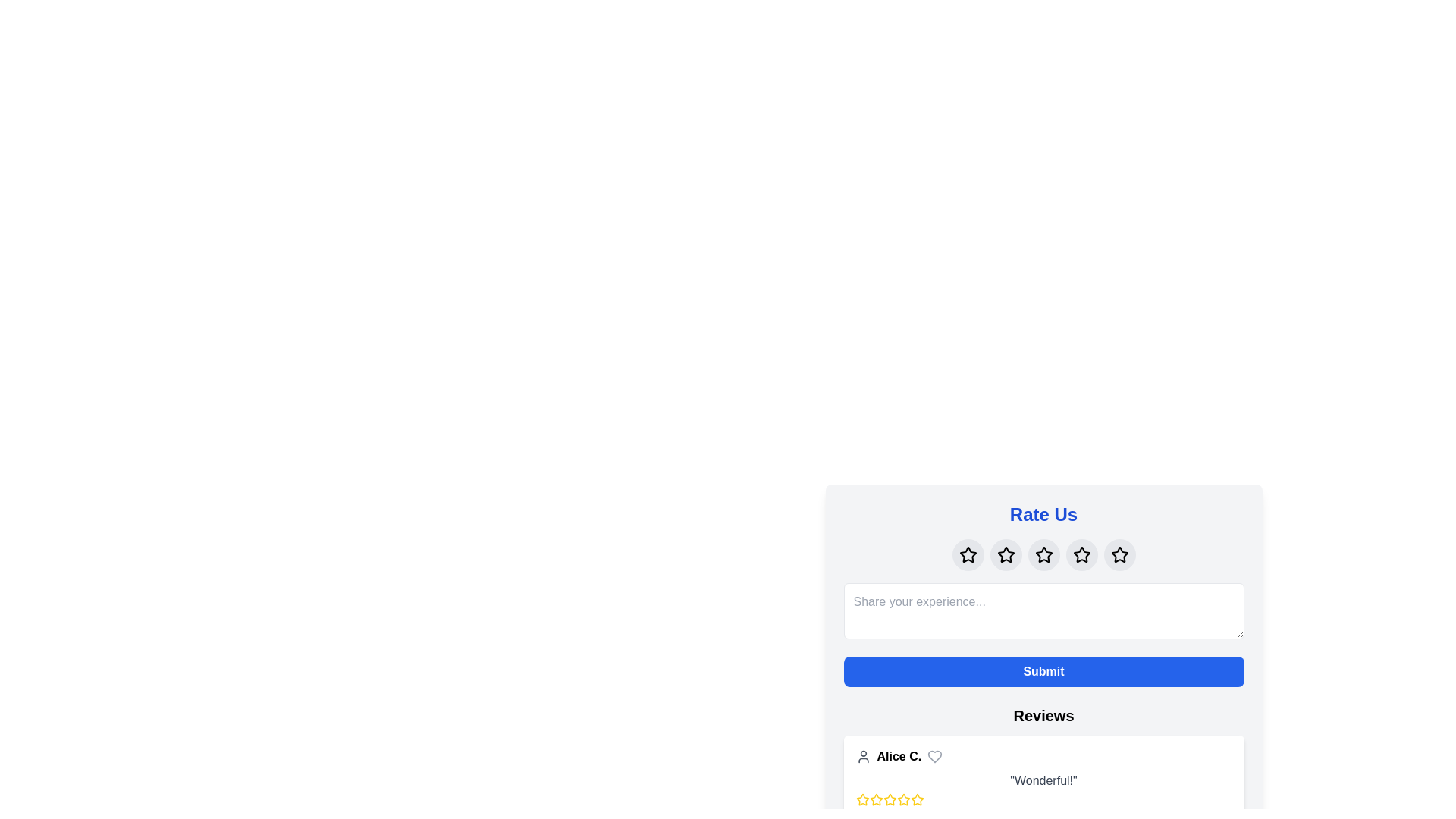 The image size is (1456, 819). I want to click on the third star-shaped icon in the Interactive Star Rating Component, so click(1043, 555).